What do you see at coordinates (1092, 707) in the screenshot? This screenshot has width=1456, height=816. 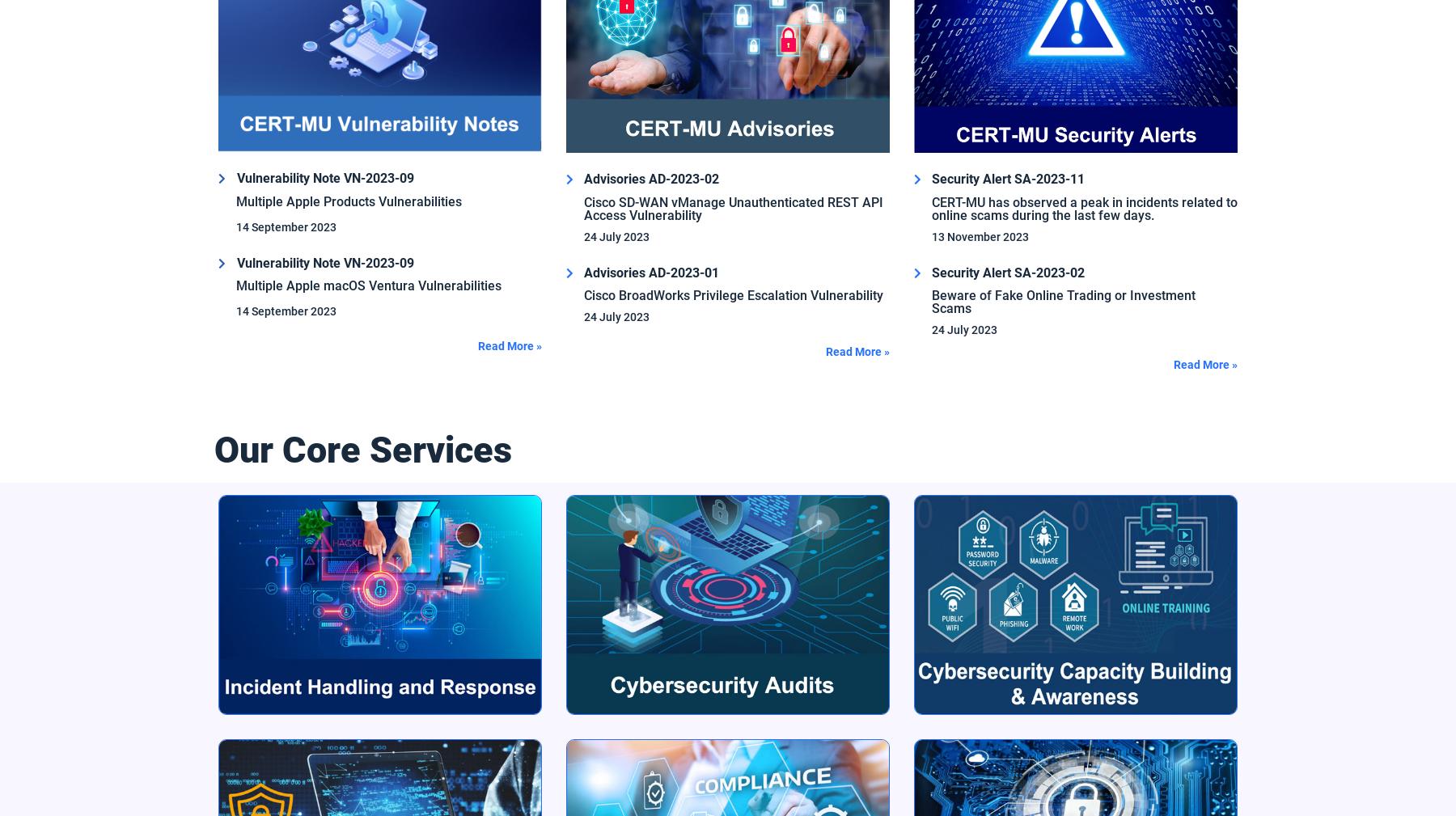 I see `'Designed and Hosted by the Government Online Centre'` at bounding box center [1092, 707].